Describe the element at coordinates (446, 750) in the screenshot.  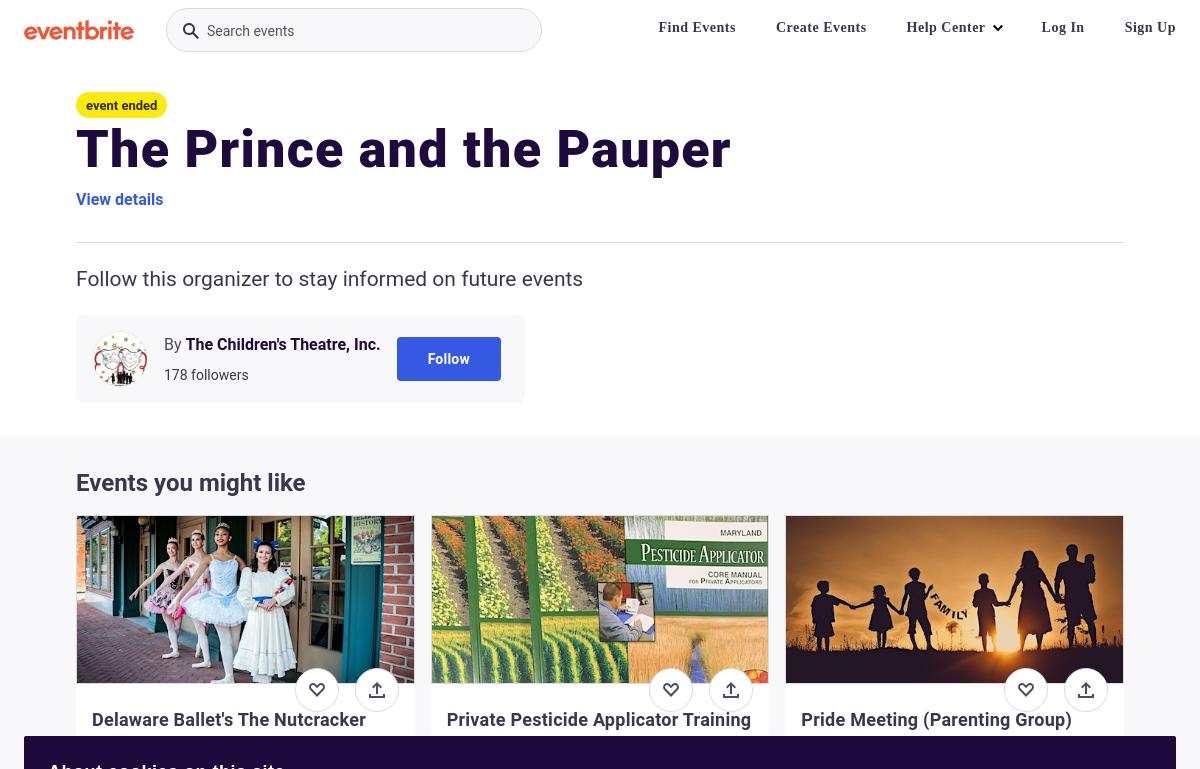
I see `'Tue, Nov 28, 6:00 PM'` at that location.